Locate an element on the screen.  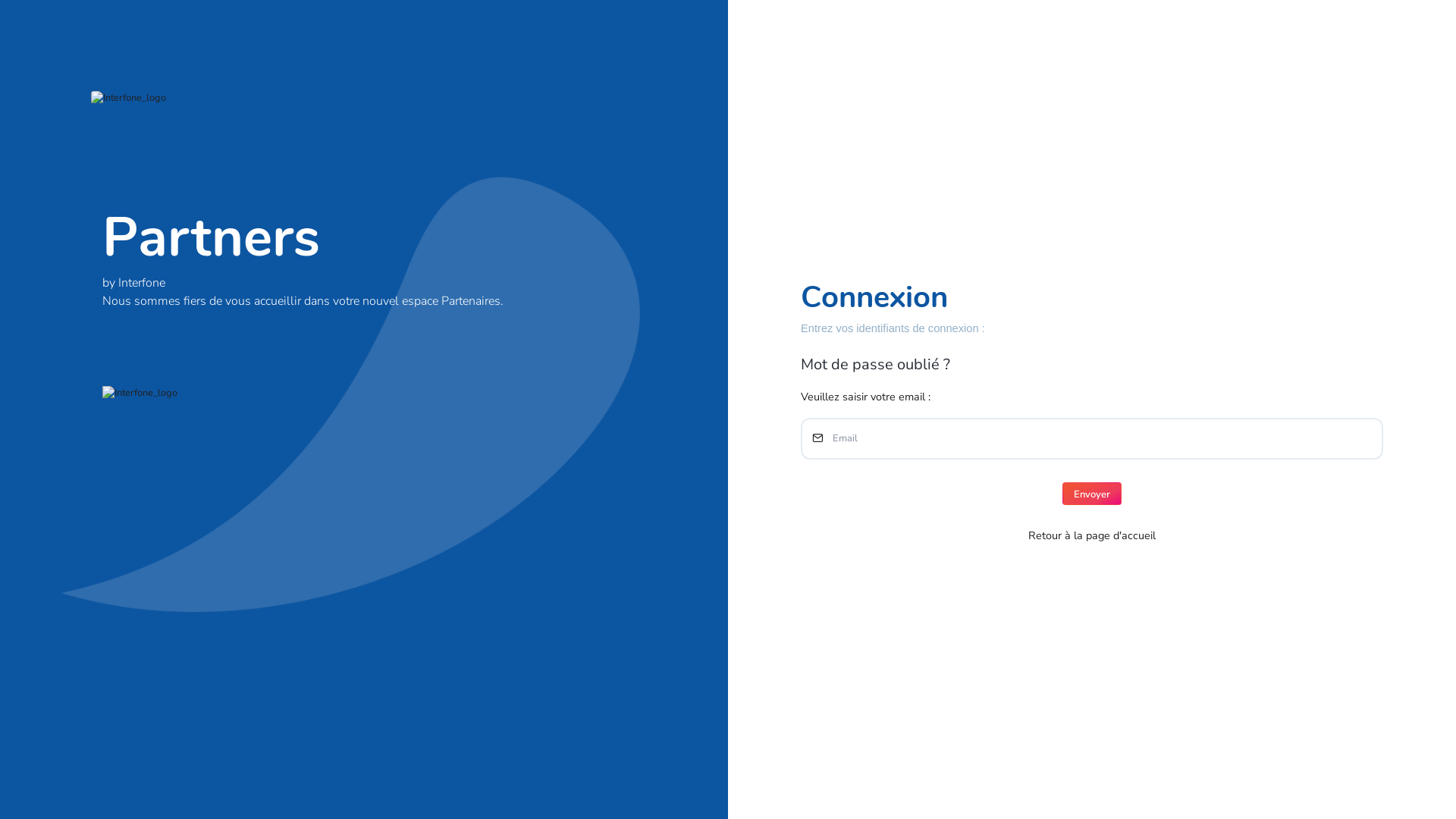
'Envoyer' is located at coordinates (1092, 494).